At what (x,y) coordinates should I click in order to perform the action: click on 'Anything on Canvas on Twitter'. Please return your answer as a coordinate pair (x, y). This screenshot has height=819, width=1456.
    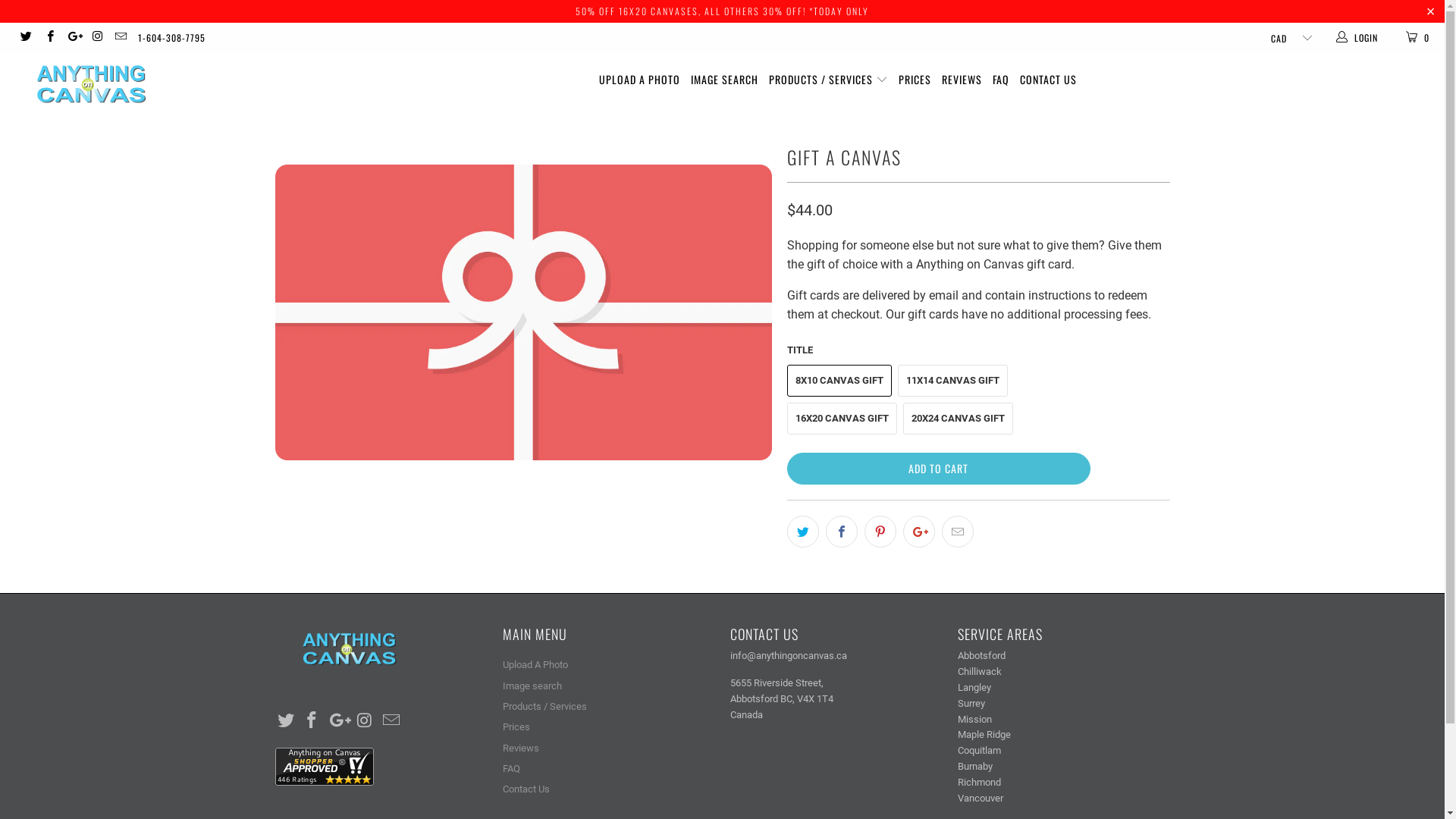
    Looking at the image, I should click on (25, 37).